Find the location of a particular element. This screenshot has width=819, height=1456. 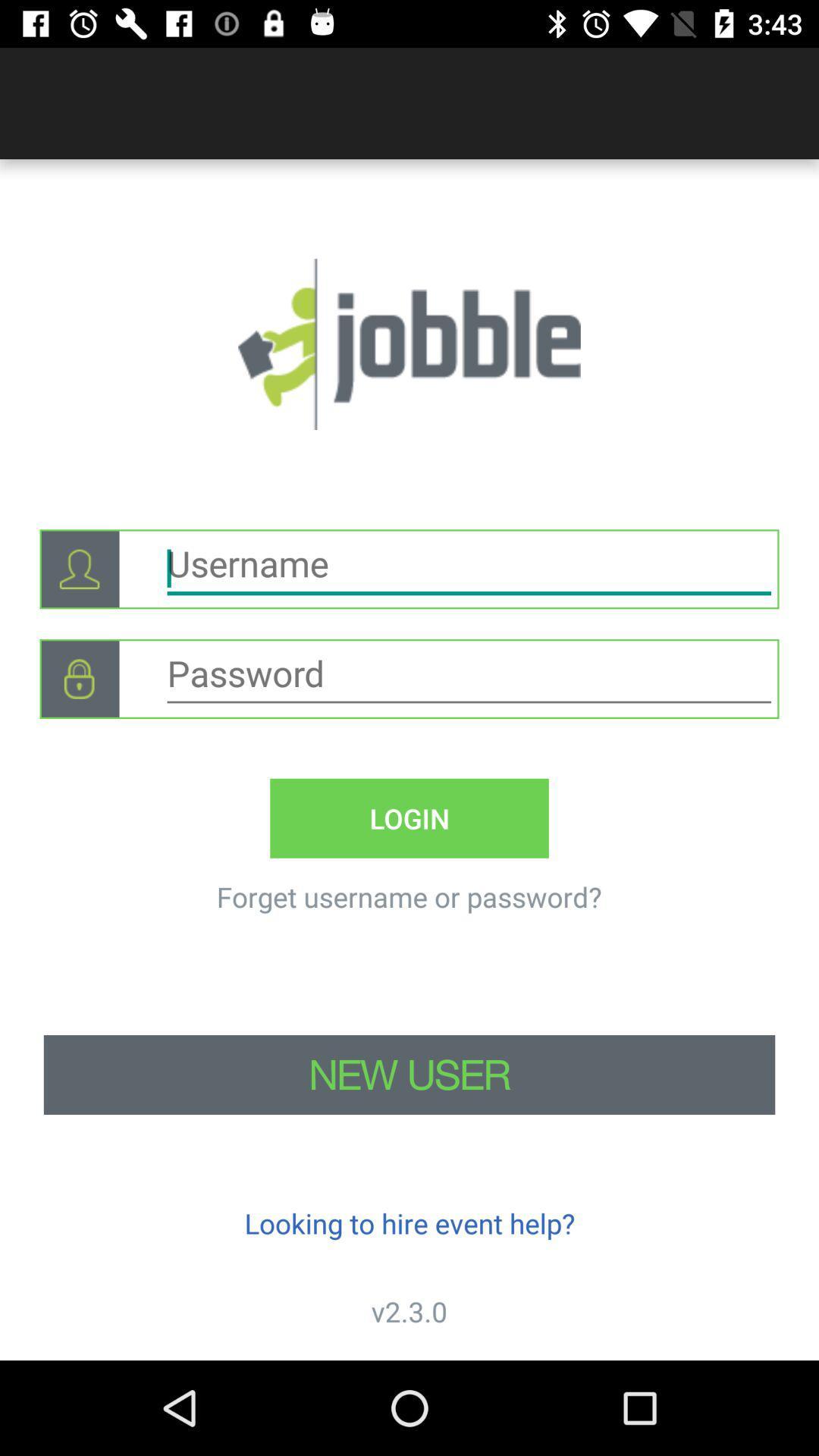

the forget username or icon is located at coordinates (408, 896).